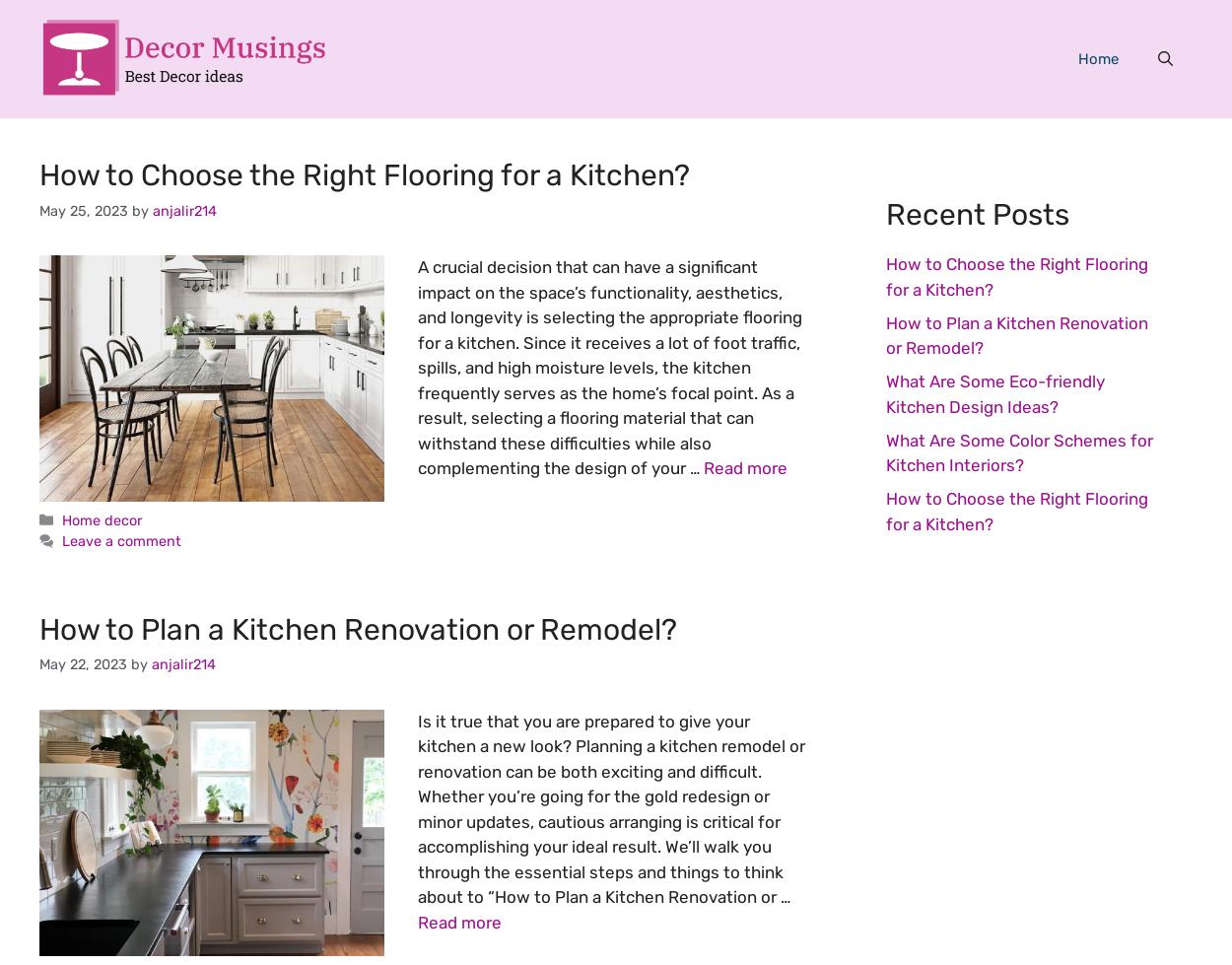  Describe the element at coordinates (418, 367) in the screenshot. I see `'A crucial decision that can have a significant impact on the space’s functionality, aesthetics, and longevity is selecting the appropriate flooring for a kitchen. Since it receives a lot of foot traffic, spills, and high moisture levels, the kitchen frequently serves as the home’s focal point. As a result, selecting a flooring material that can withstand these difficulties while also complementing the design of your …'` at that location.